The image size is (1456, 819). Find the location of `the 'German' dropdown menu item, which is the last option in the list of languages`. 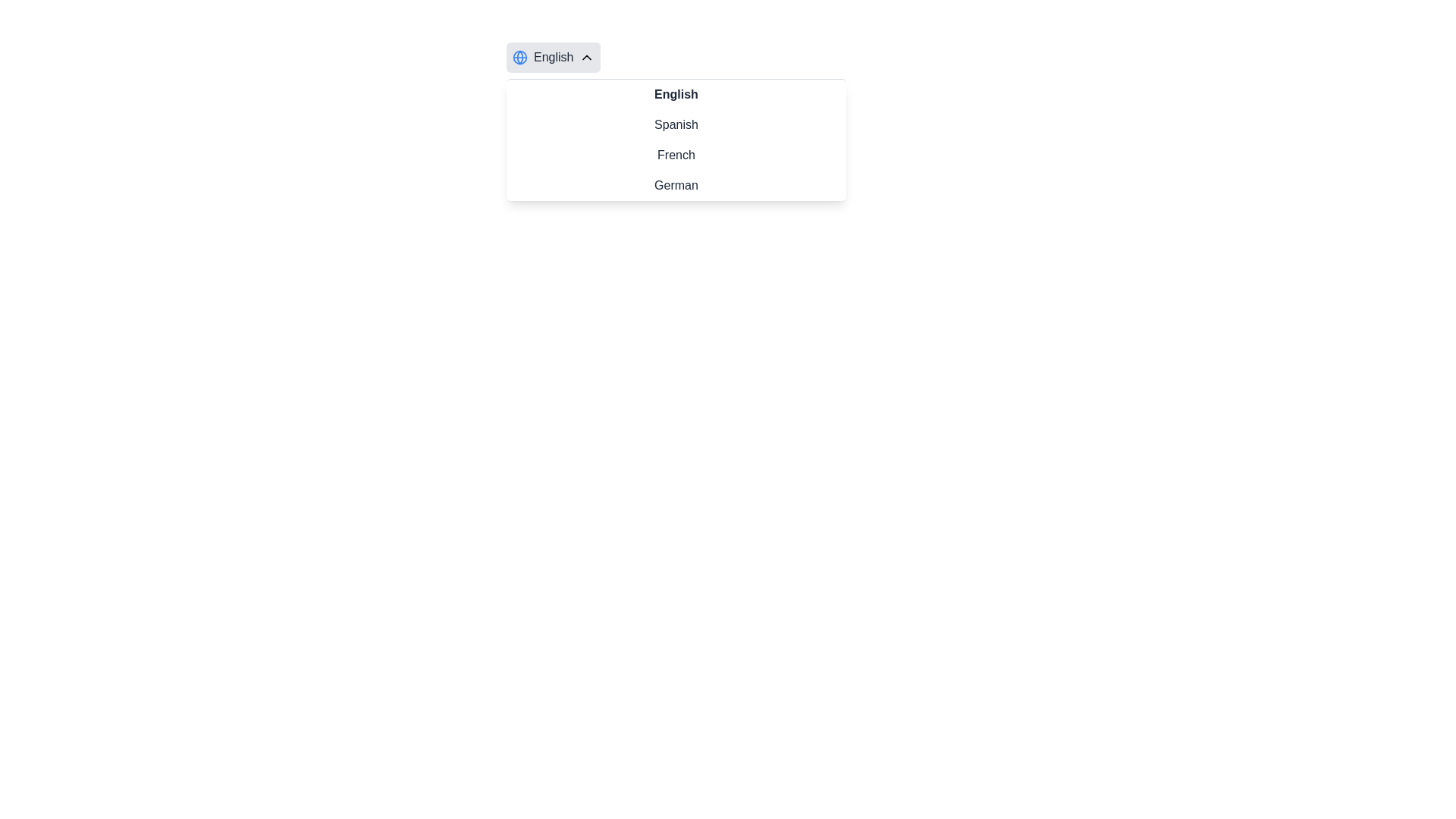

the 'German' dropdown menu item, which is the last option in the list of languages is located at coordinates (676, 185).